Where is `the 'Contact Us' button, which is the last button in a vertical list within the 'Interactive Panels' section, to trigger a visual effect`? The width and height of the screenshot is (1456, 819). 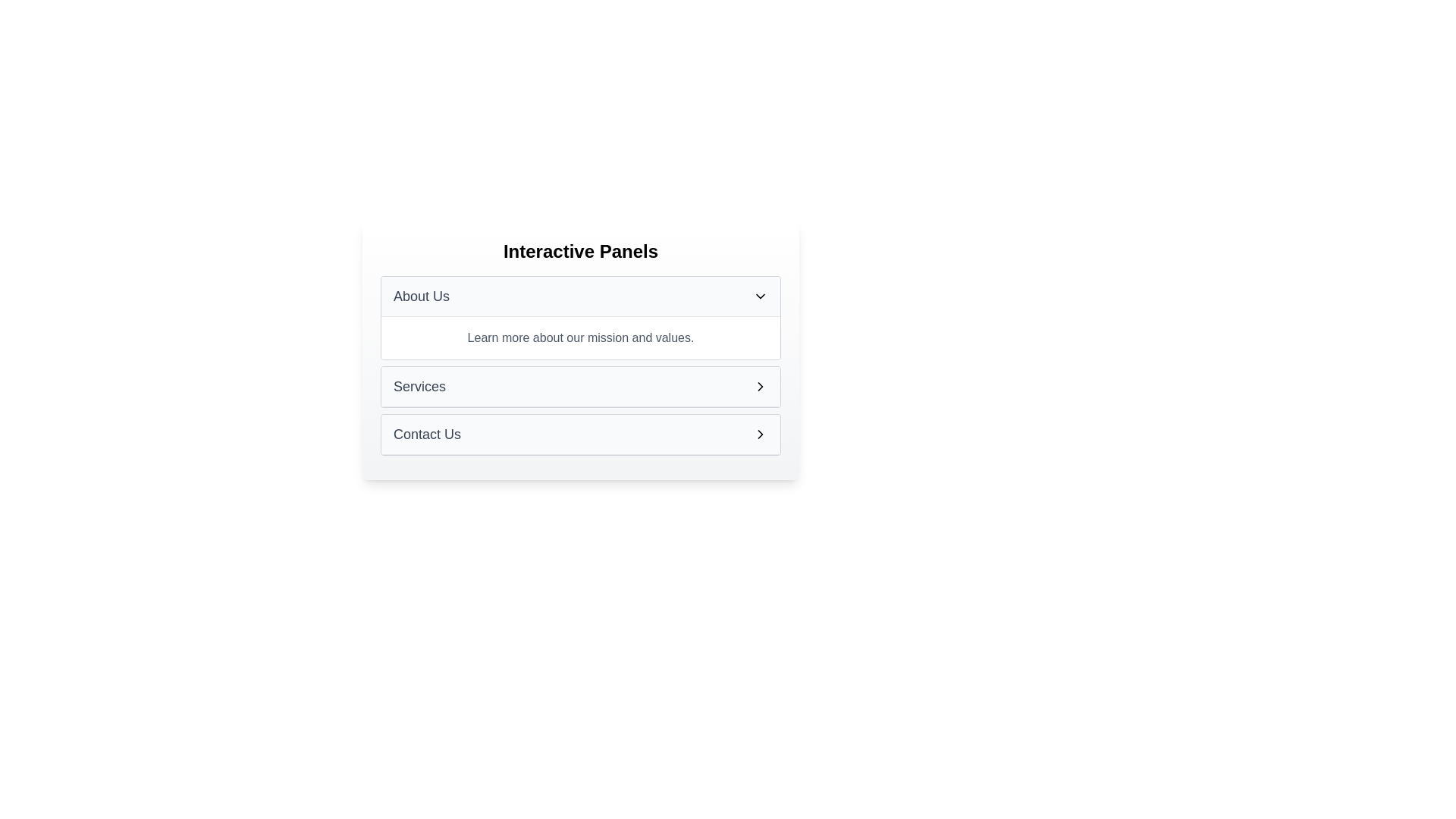
the 'Contact Us' button, which is the last button in a vertical list within the 'Interactive Panels' section, to trigger a visual effect is located at coordinates (580, 435).